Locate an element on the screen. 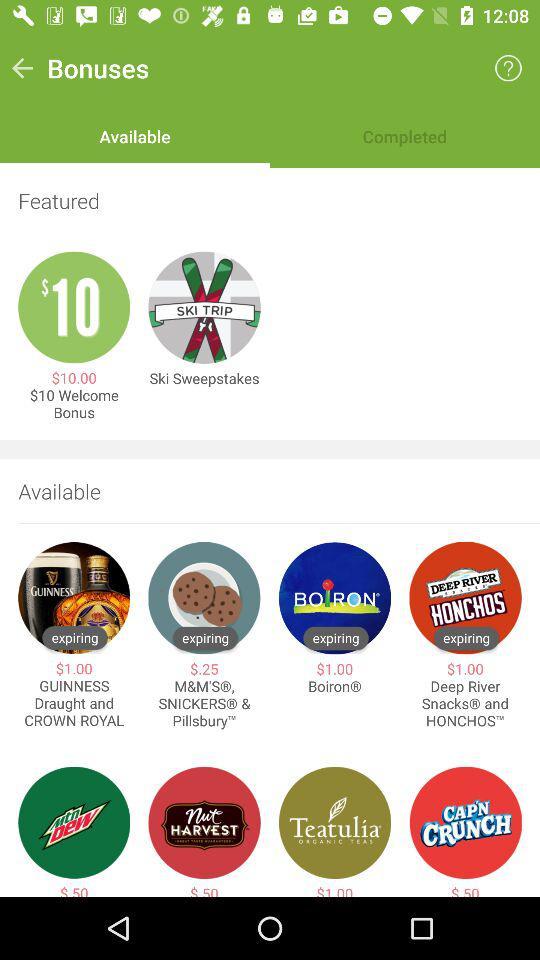 The width and height of the screenshot is (540, 960). the text right to left arrow is located at coordinates (97, 68).